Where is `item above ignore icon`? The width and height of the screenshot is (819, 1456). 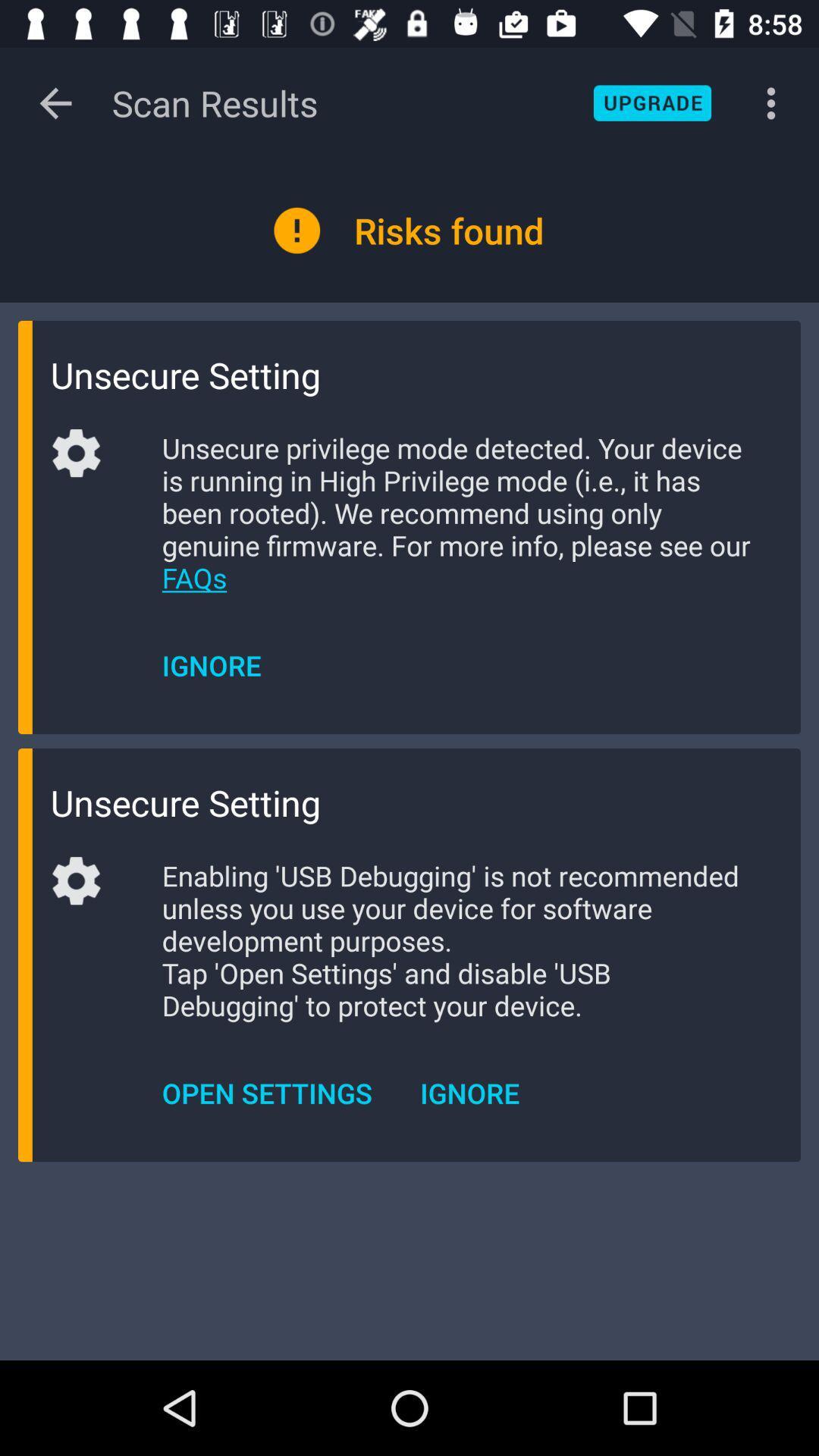 item above ignore icon is located at coordinates (457, 513).